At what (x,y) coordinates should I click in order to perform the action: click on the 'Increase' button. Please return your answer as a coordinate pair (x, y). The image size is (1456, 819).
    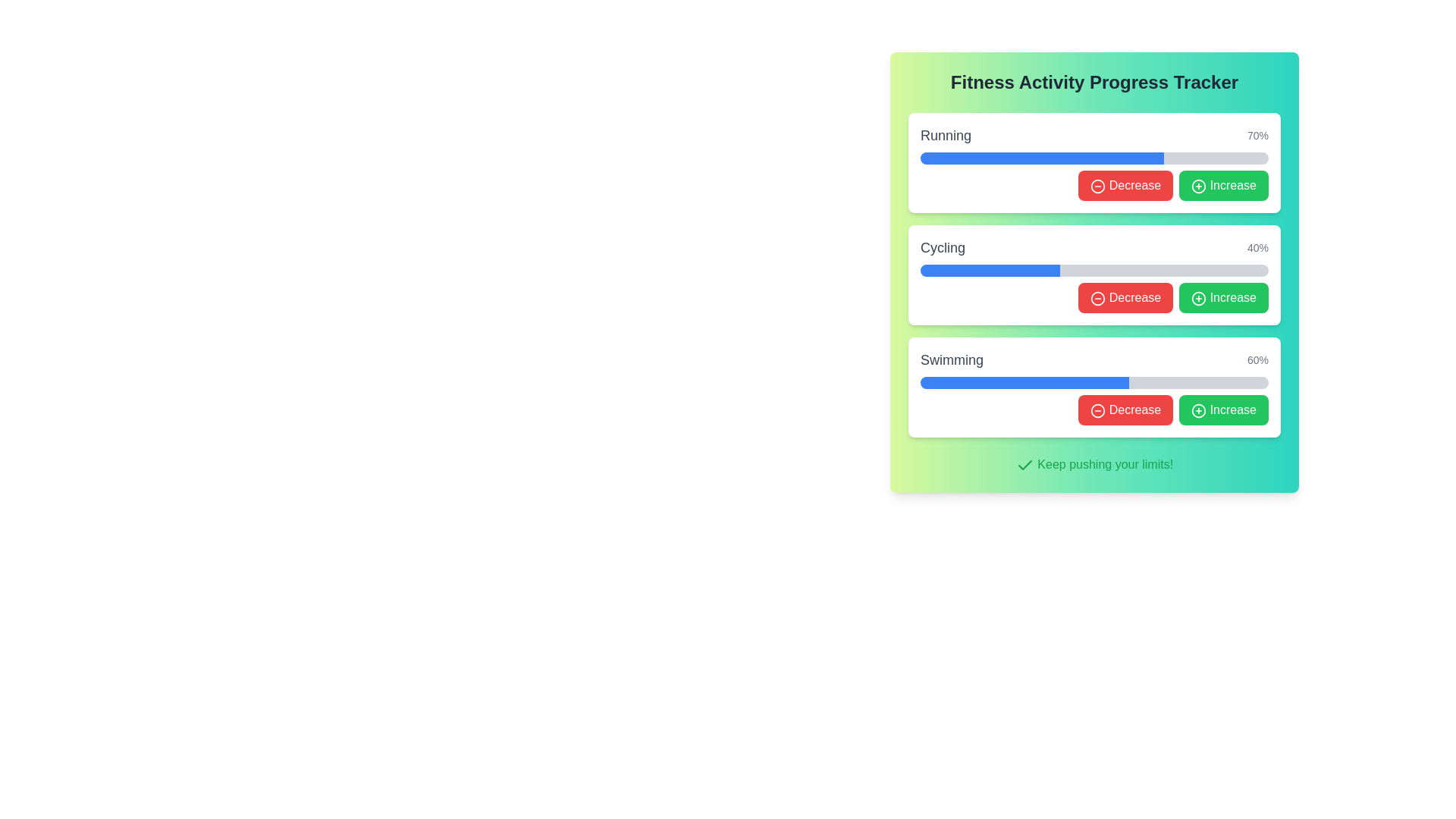
    Looking at the image, I should click on (1224, 185).